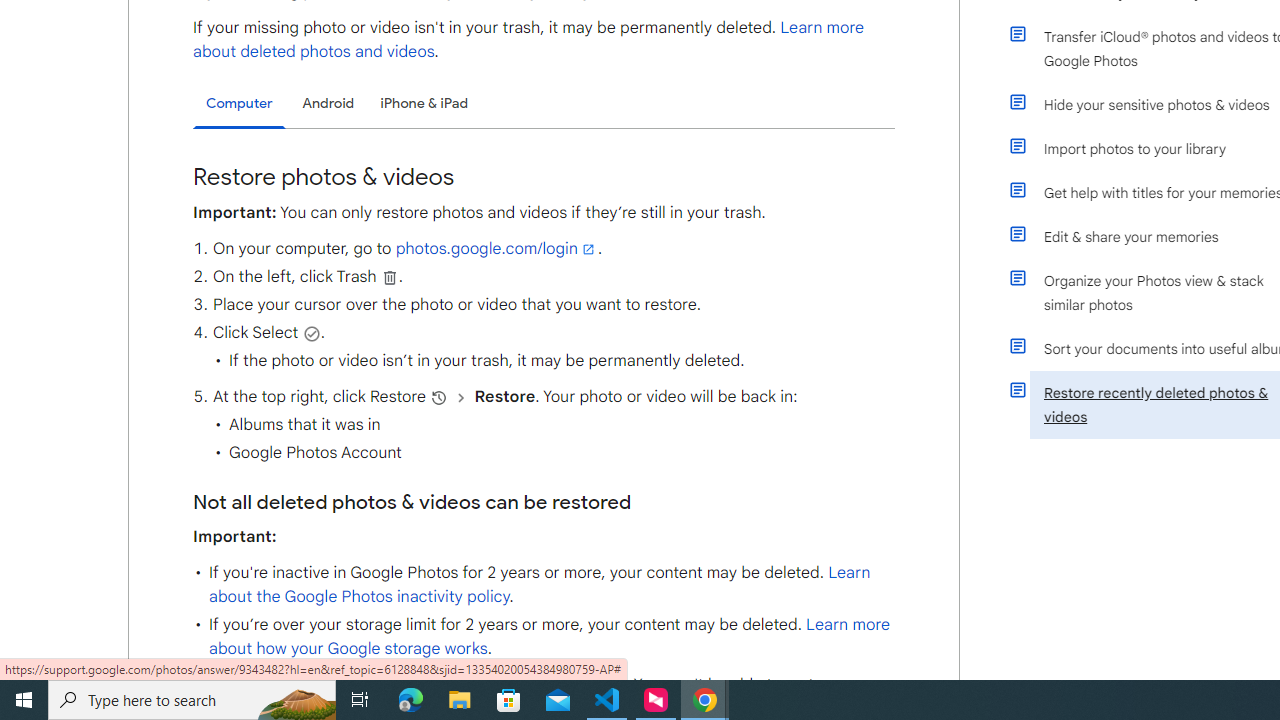  Describe the element at coordinates (460, 397) in the screenshot. I see `'and then'` at that location.